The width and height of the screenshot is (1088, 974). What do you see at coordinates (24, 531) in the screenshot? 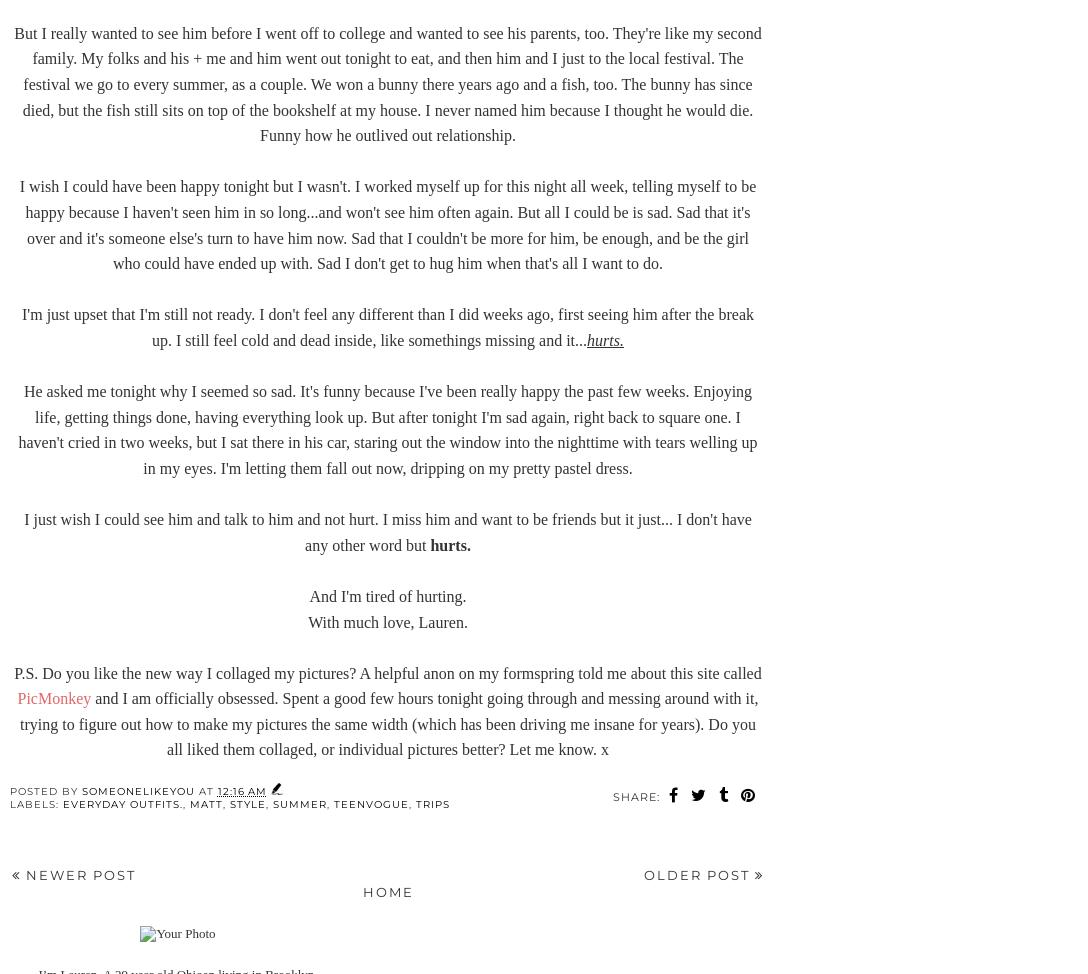
I see `'I just wish I could see him and talk to him and not hurt. I miss him and want to be friends but it just... I don't have any other word but'` at bounding box center [24, 531].